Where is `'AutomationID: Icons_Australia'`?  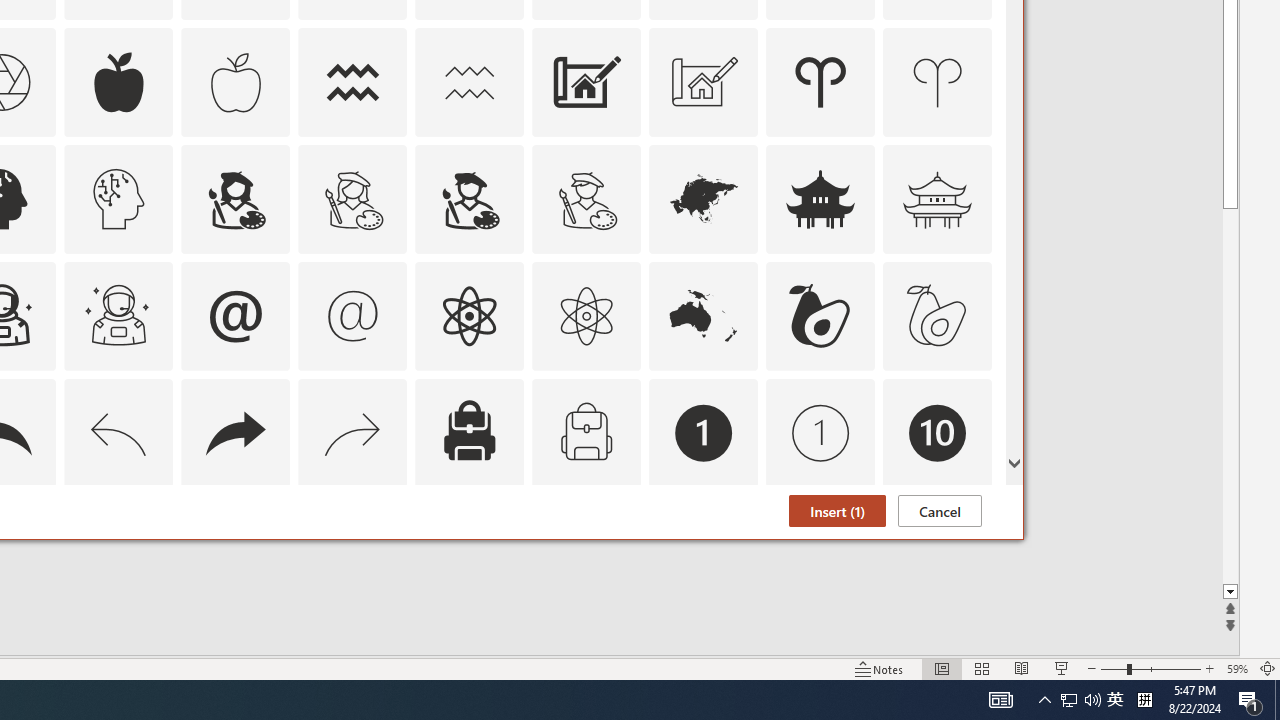
'AutomationID: Icons_Australia' is located at coordinates (704, 315).